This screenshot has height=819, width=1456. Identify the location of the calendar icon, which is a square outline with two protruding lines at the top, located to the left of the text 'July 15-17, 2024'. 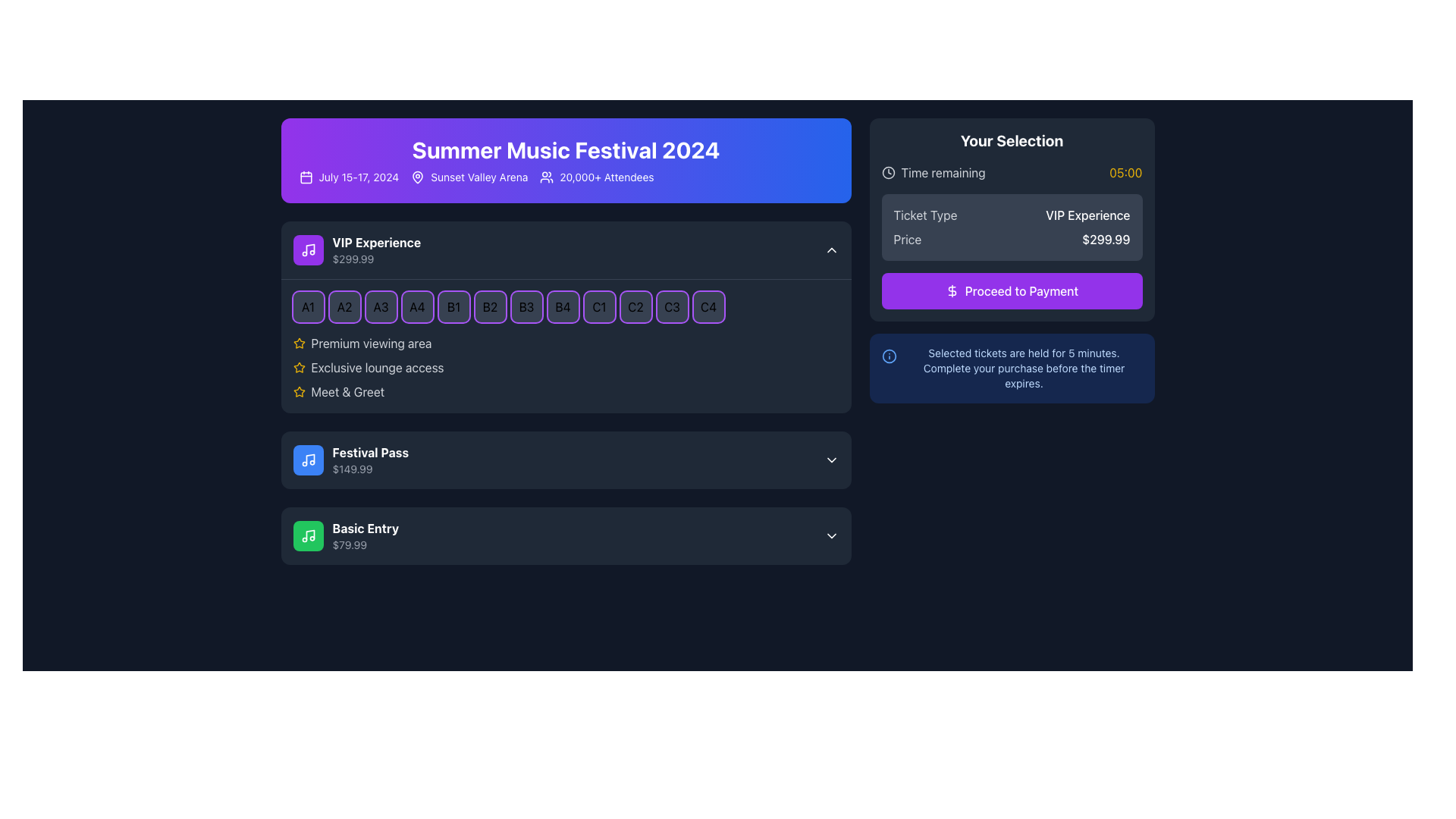
(305, 177).